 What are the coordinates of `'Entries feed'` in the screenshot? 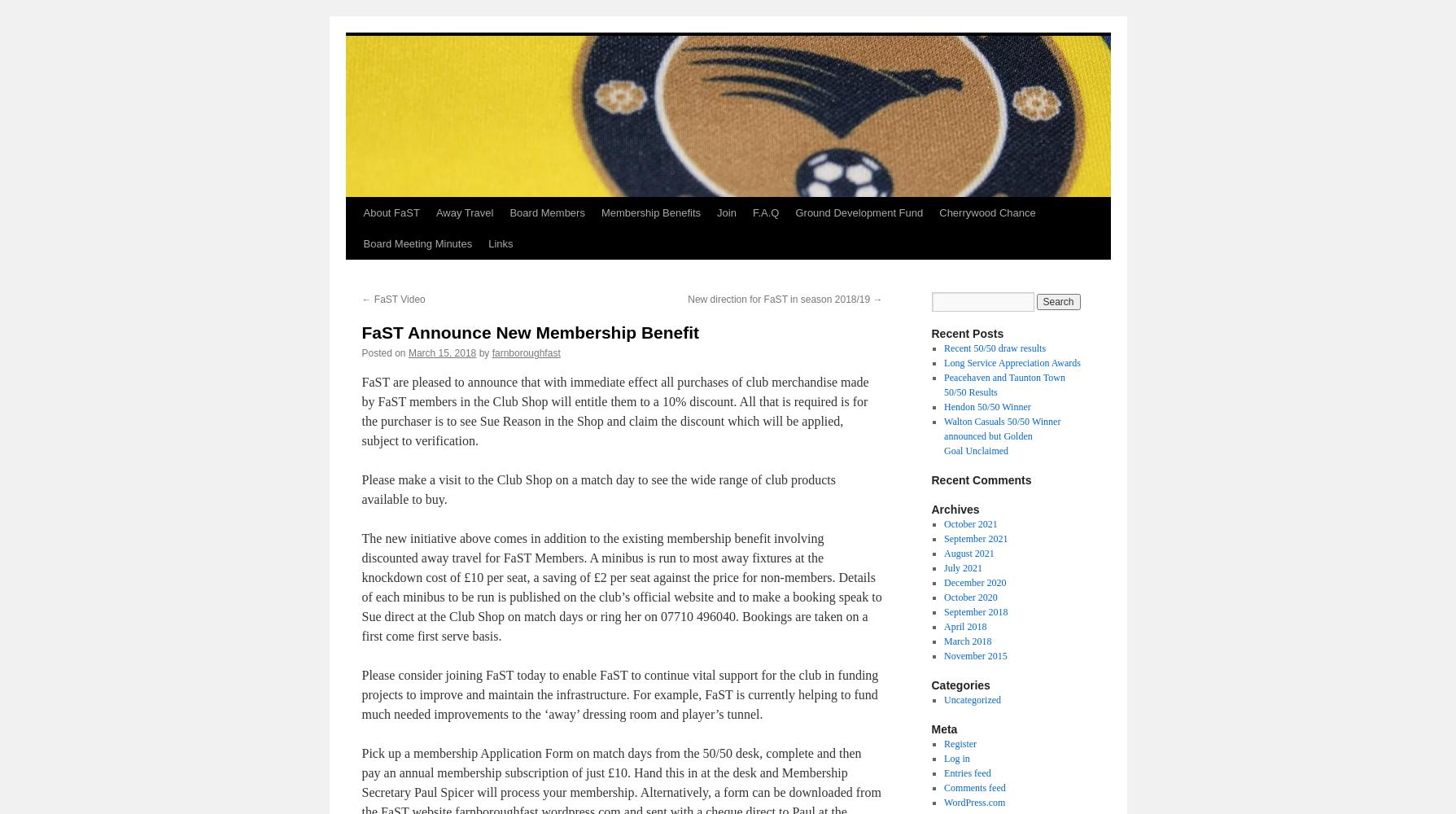 It's located at (966, 772).